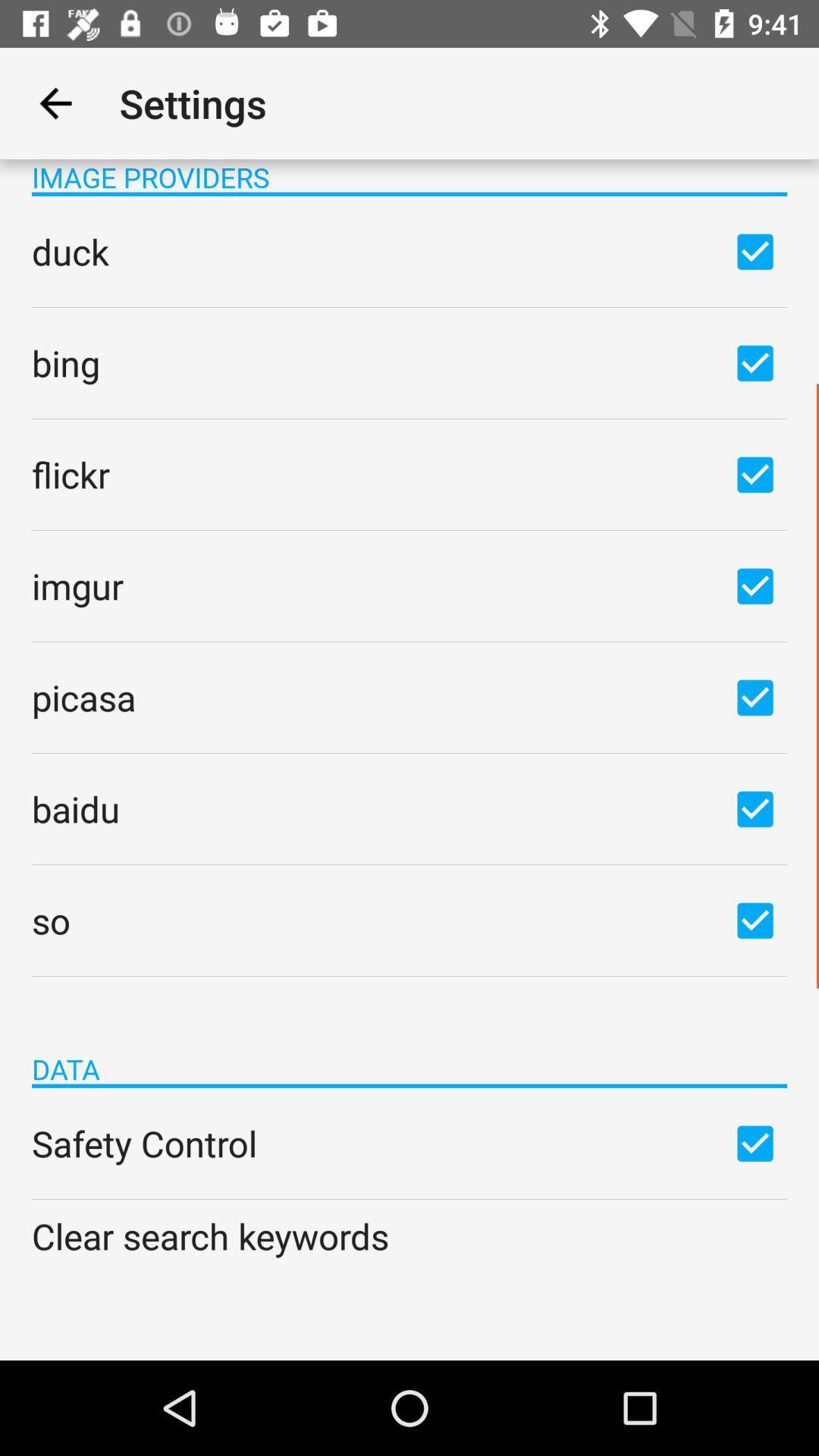 Image resolution: width=819 pixels, height=1456 pixels. I want to click on activate or deactivate safety control, so click(755, 1143).